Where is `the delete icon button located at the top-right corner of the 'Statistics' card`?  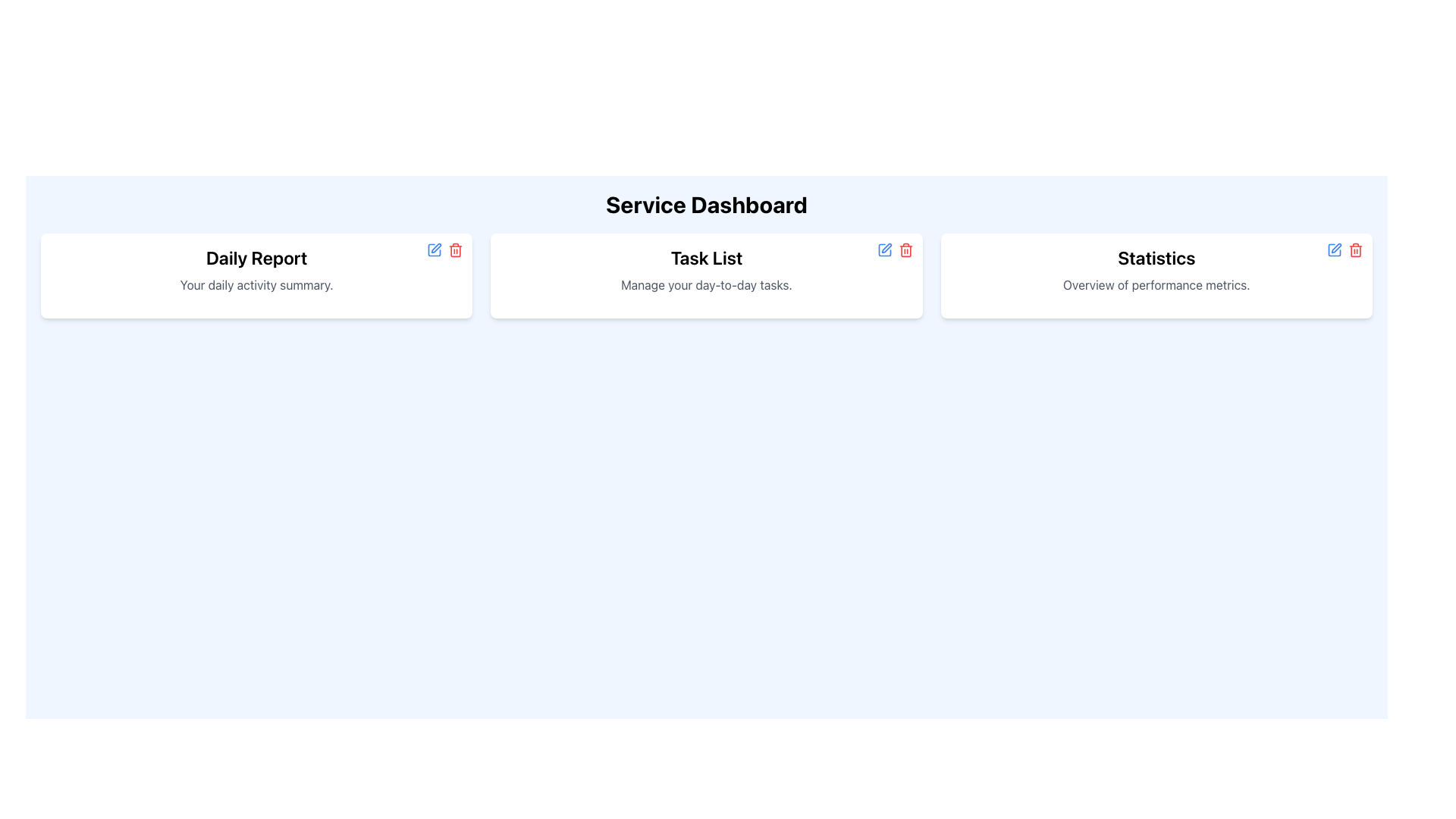 the delete icon button located at the top-right corner of the 'Statistics' card is located at coordinates (1355, 249).